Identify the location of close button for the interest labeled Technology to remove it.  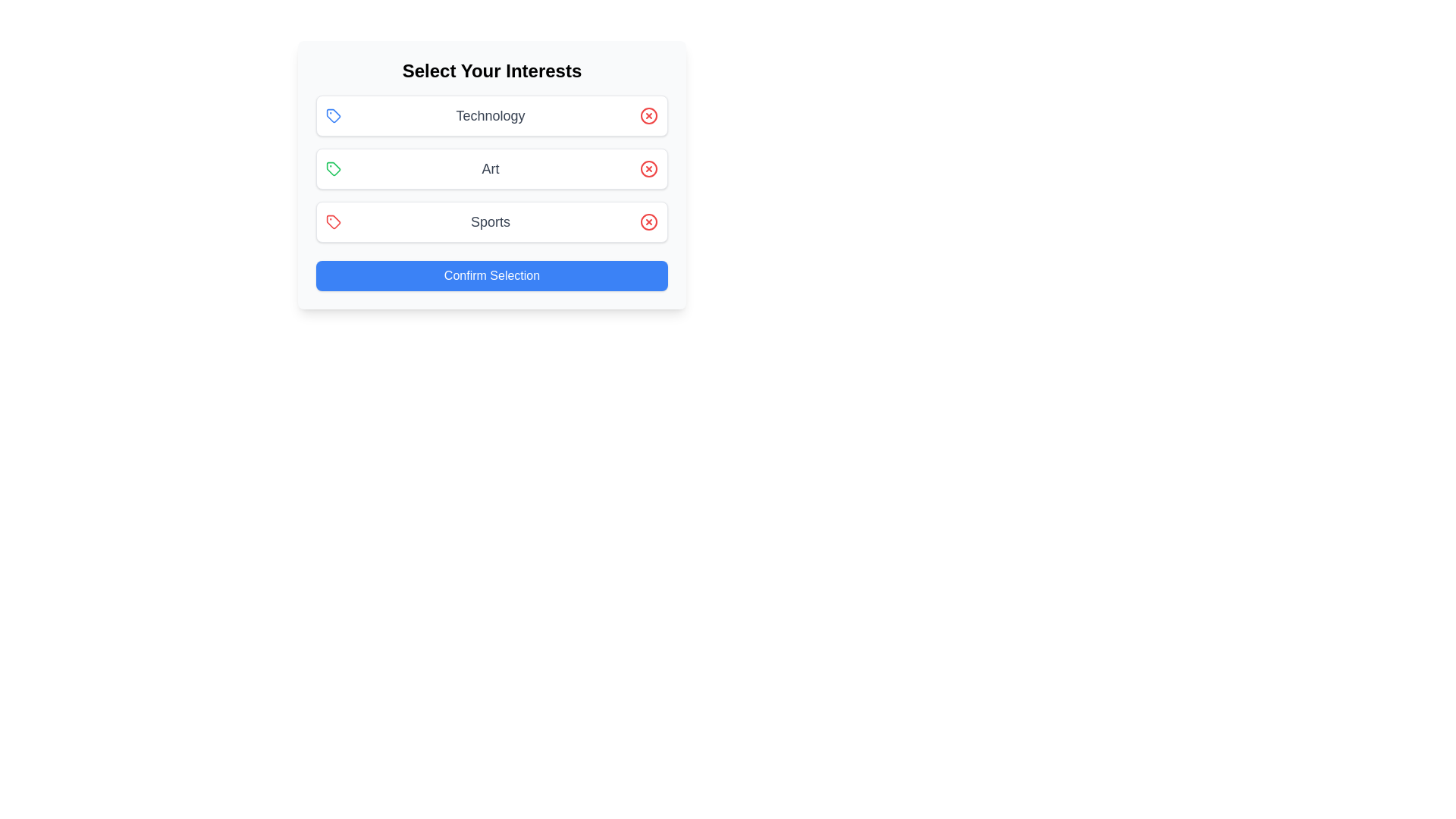
(648, 115).